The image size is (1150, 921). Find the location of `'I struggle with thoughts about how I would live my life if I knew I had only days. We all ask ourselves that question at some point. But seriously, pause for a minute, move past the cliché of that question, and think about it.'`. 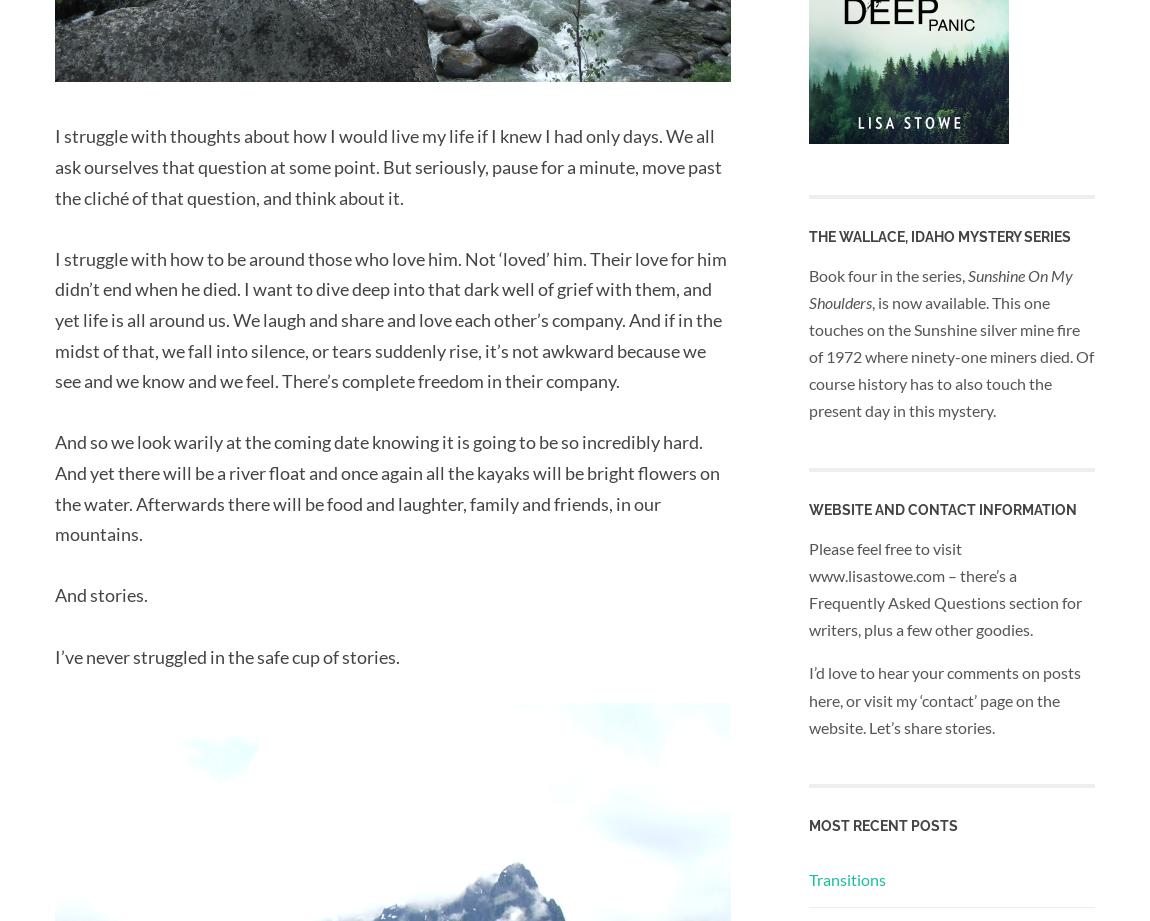

'I struggle with thoughts about how I would live my life if I knew I had only days. We all ask ourselves that question at some point. But seriously, pause for a minute, move past the cliché of that question, and think about it.' is located at coordinates (53, 165).